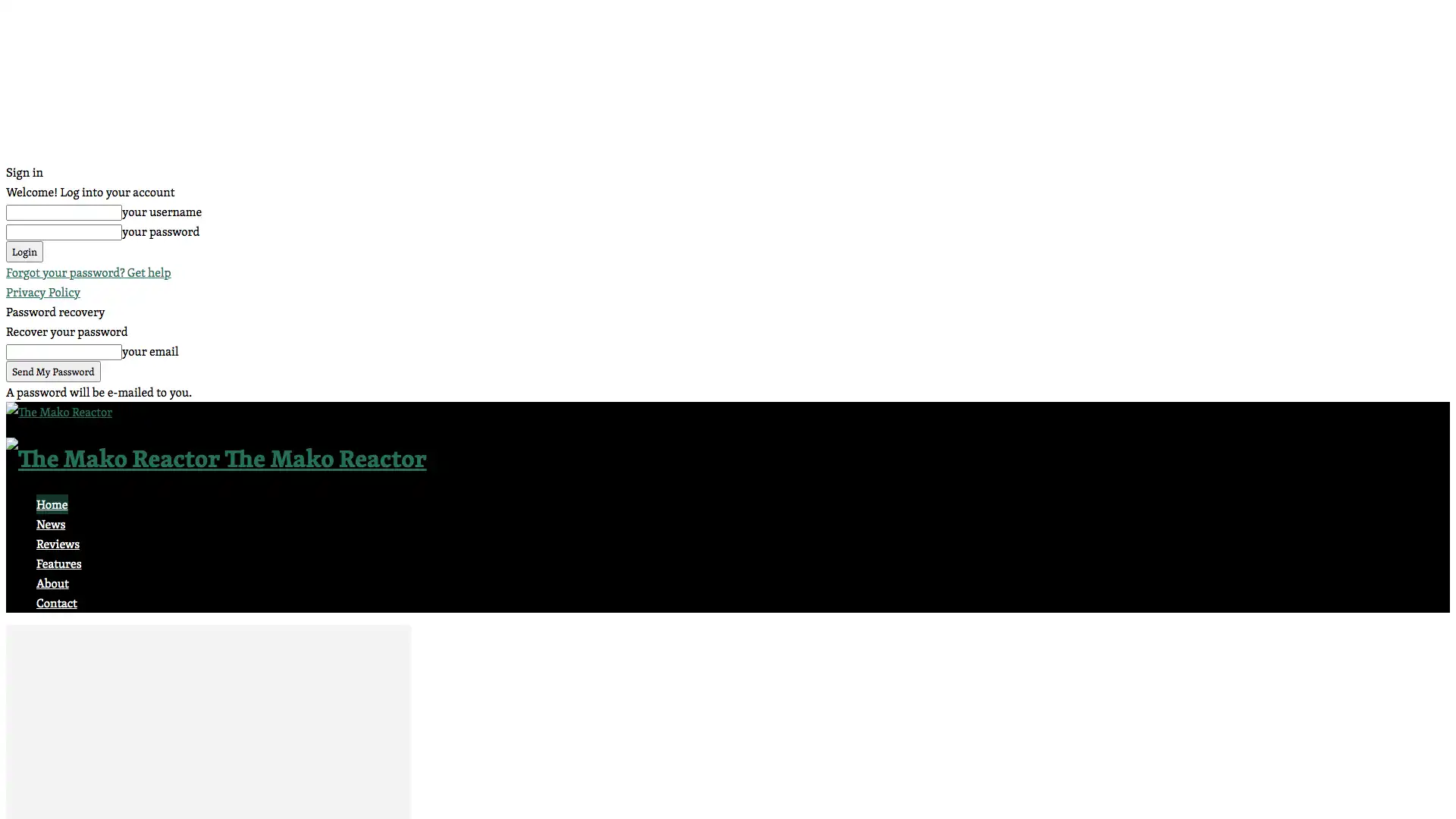  Describe the element at coordinates (53, 371) in the screenshot. I see `Send My Password` at that location.